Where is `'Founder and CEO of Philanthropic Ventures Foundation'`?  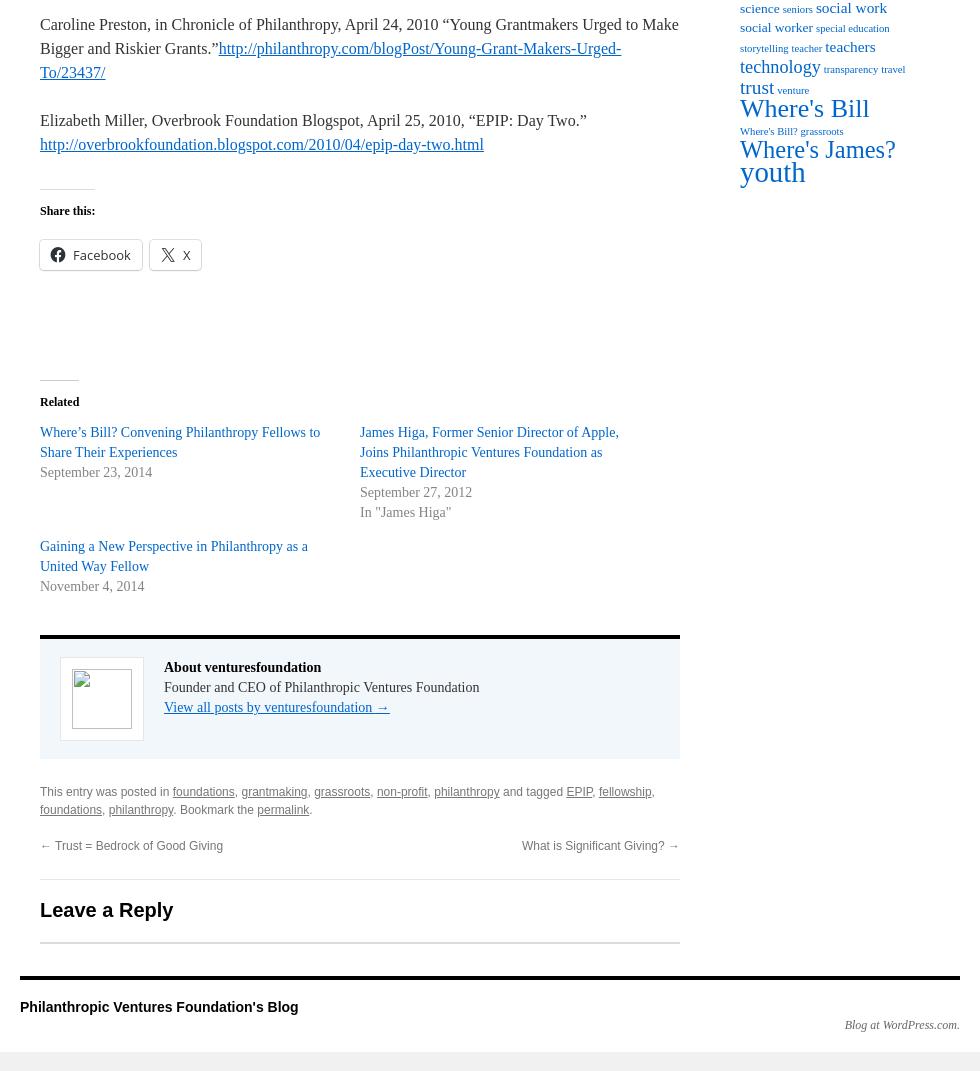
'Founder and CEO of Philanthropic Ventures Foundation' is located at coordinates (321, 686).